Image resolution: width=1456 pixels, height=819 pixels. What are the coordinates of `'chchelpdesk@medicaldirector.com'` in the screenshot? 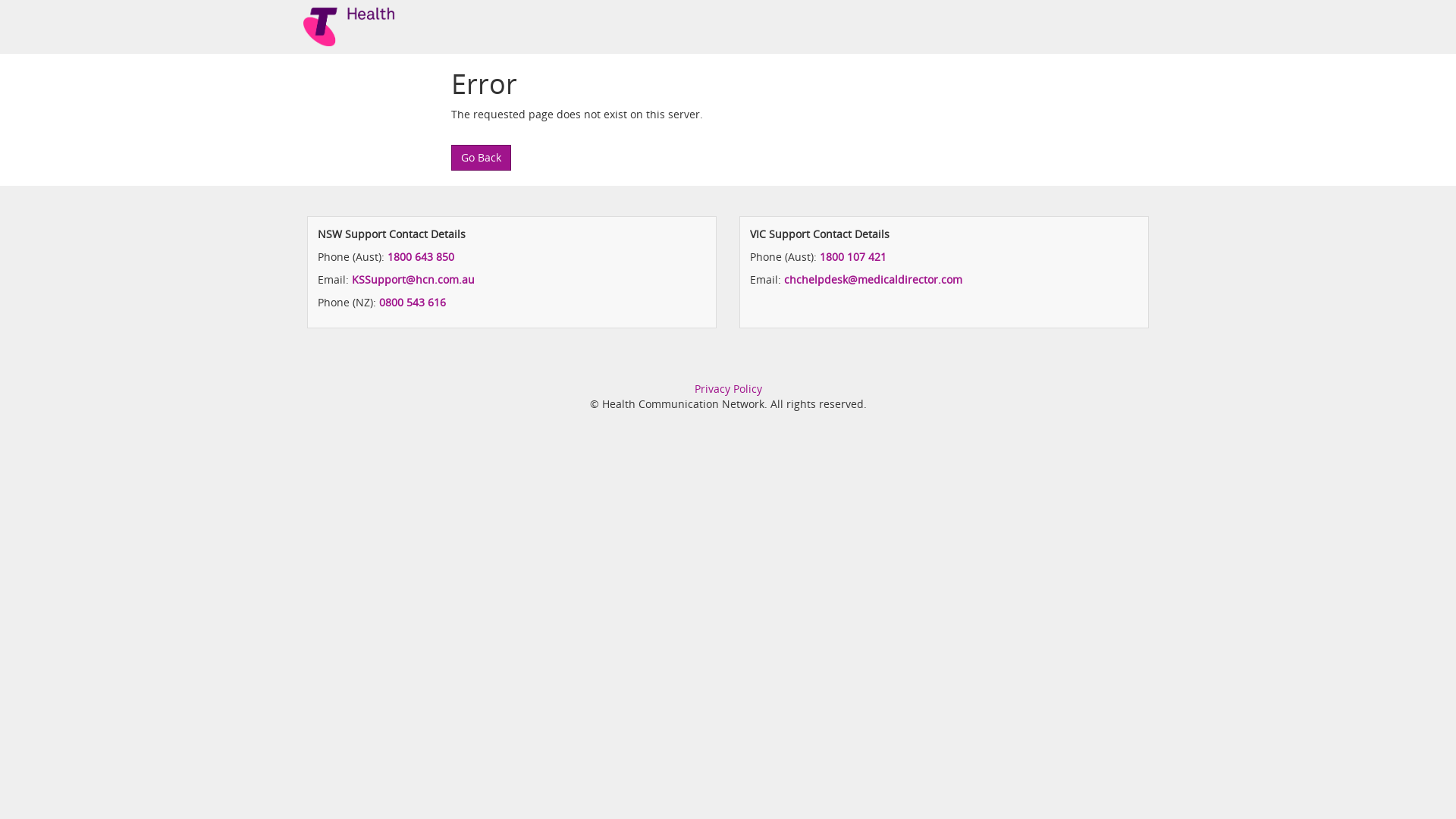 It's located at (873, 279).